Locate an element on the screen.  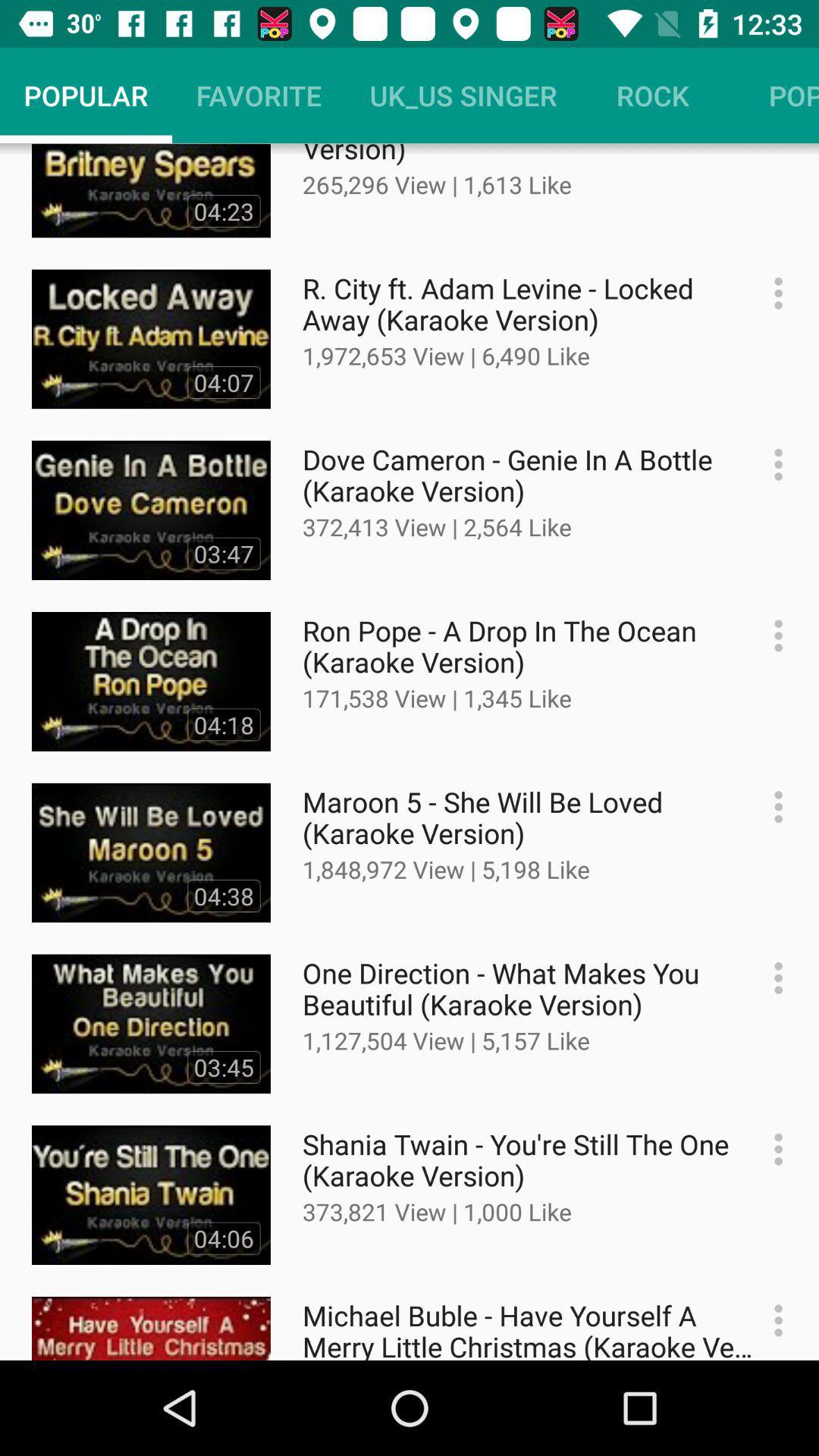
setting button is located at coordinates (770, 1319).